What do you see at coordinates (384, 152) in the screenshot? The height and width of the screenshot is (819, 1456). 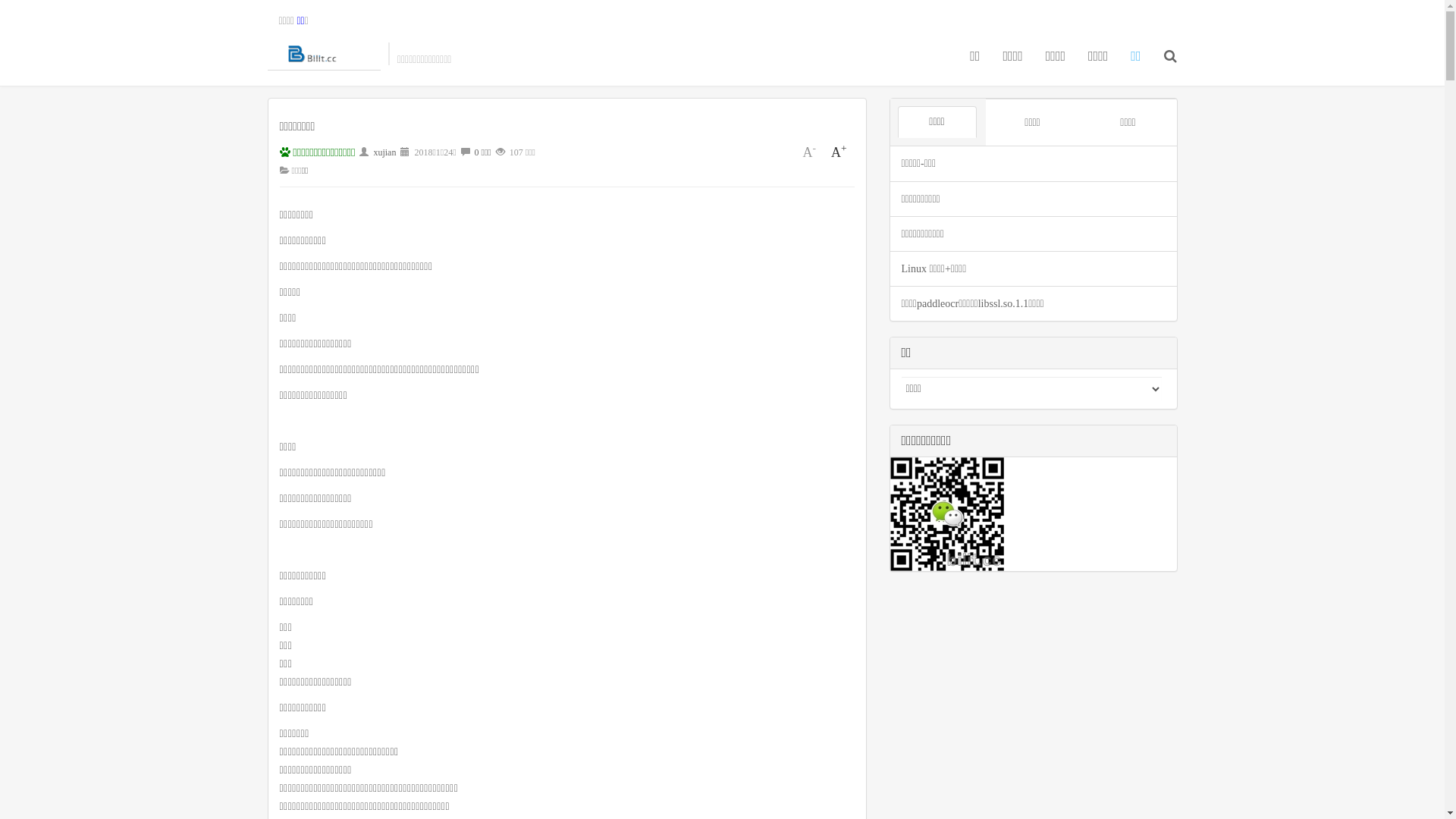 I see `'xujian'` at bounding box center [384, 152].